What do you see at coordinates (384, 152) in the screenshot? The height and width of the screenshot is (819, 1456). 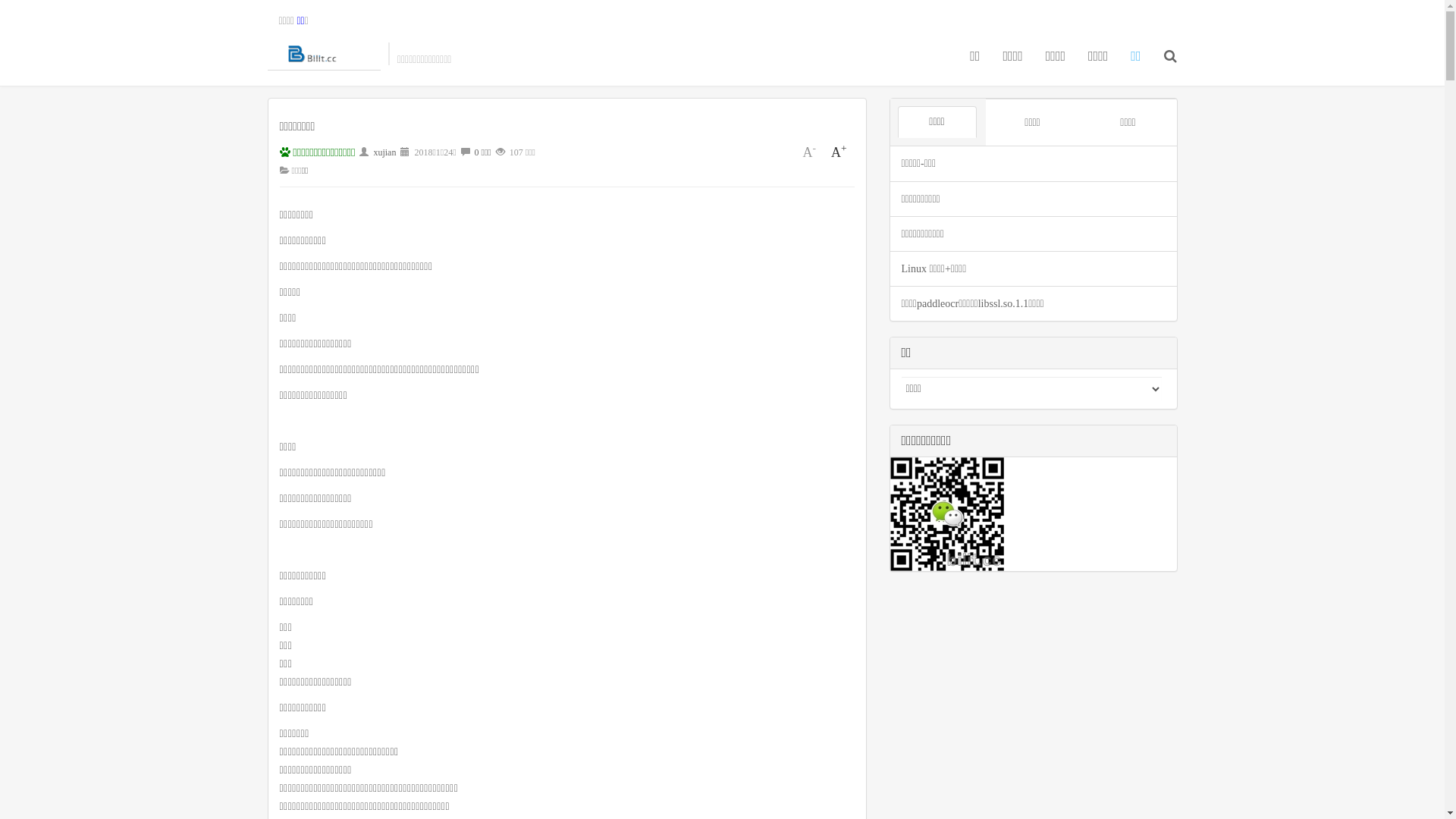 I see `'xujian'` at bounding box center [384, 152].